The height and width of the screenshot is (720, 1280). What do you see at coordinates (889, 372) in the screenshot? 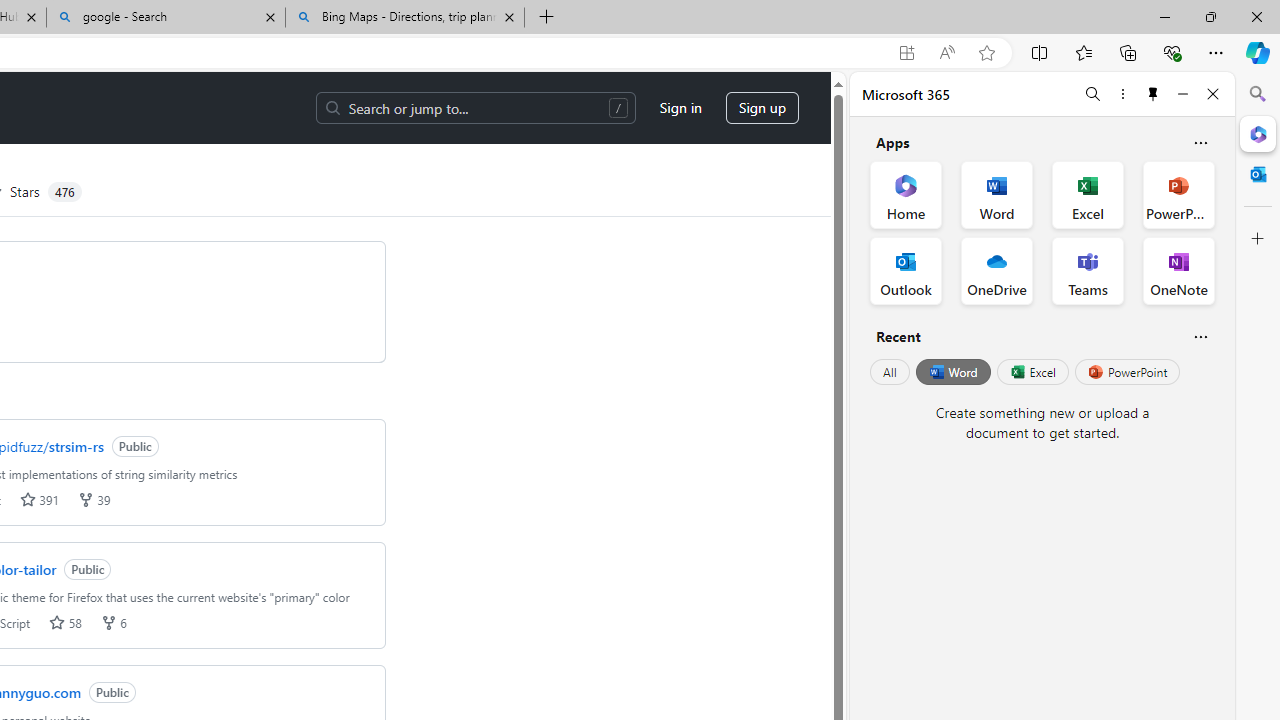
I see `'All'` at bounding box center [889, 372].